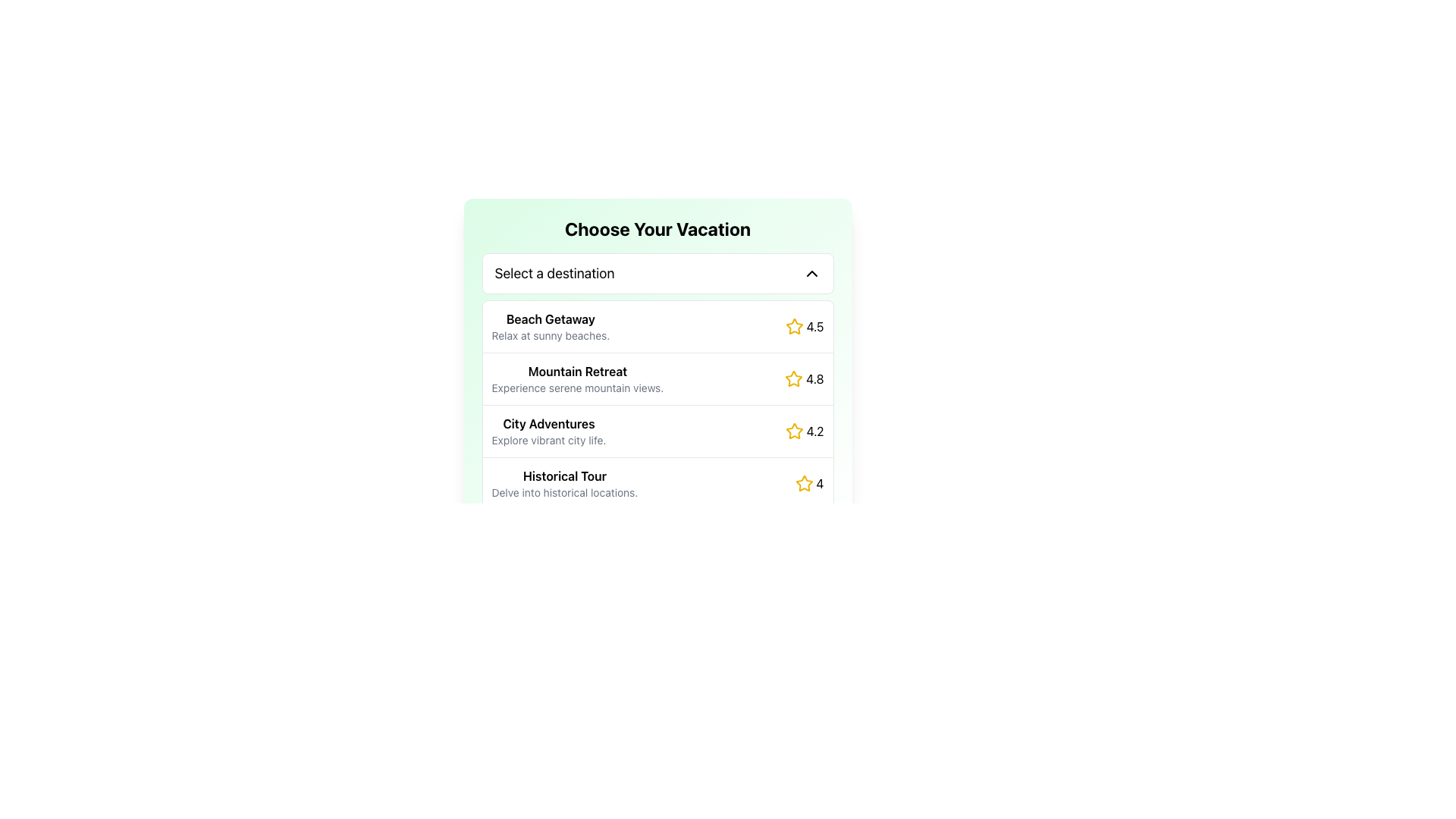  What do you see at coordinates (563, 493) in the screenshot?
I see `information from the text label displaying 'Delve into historical locations.' which is positioned below 'Historical Tour' in the list layout` at bounding box center [563, 493].